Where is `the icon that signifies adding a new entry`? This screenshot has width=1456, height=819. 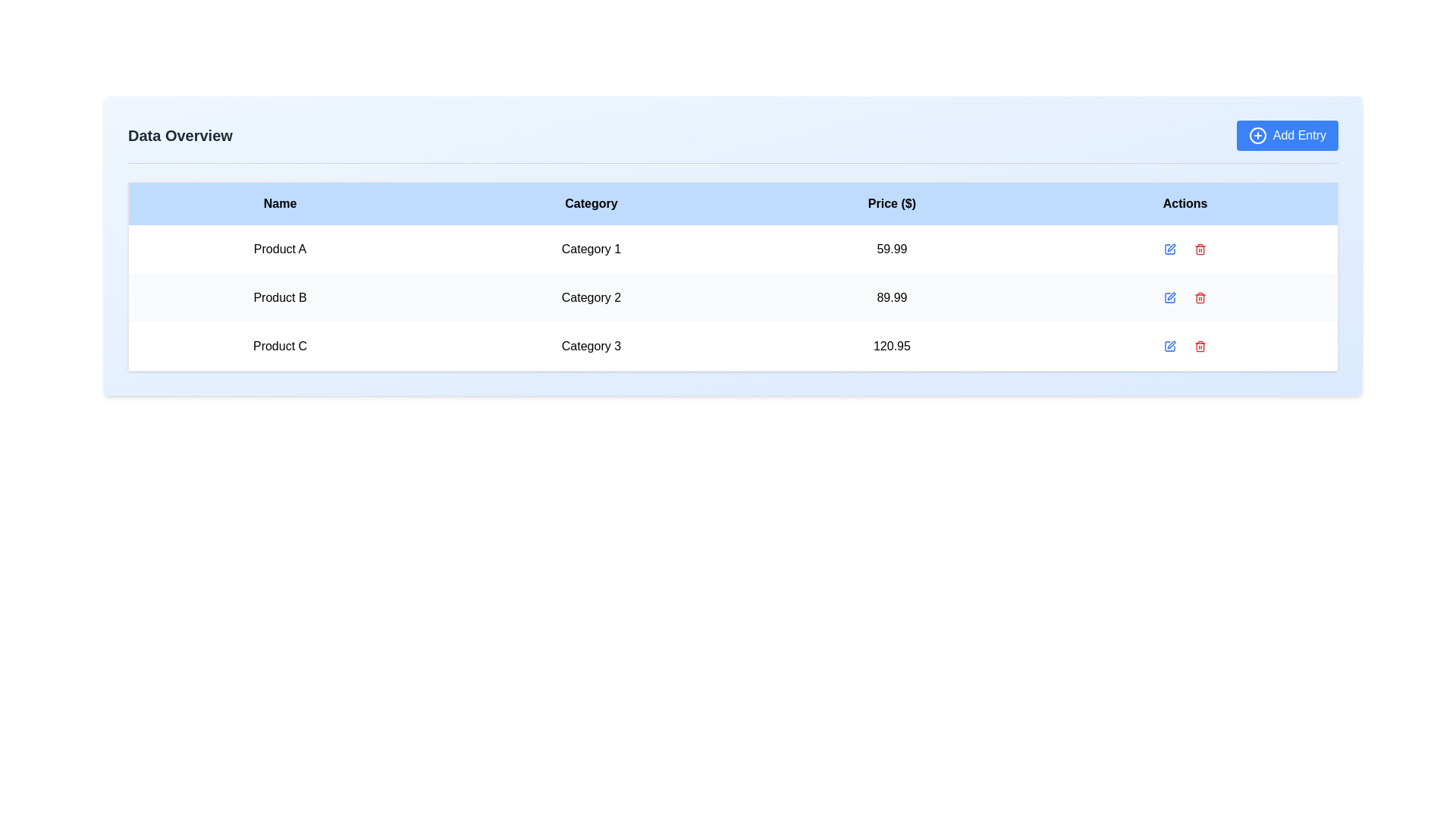 the icon that signifies adding a new entry is located at coordinates (1257, 134).